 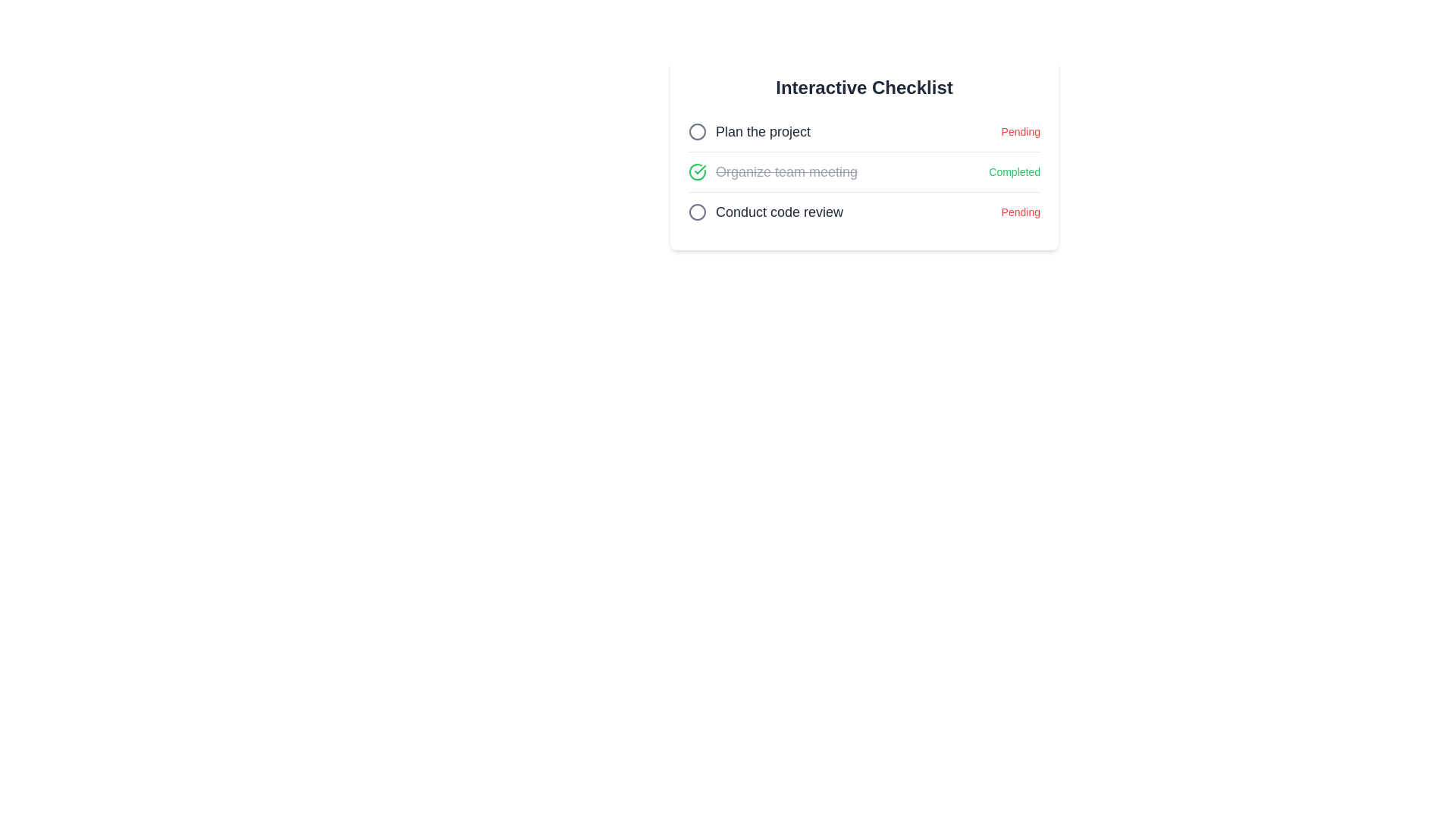 I want to click on the text label displaying 'Pending' styled in small red text under the 'Conduct code review' task, so click(x=1021, y=212).